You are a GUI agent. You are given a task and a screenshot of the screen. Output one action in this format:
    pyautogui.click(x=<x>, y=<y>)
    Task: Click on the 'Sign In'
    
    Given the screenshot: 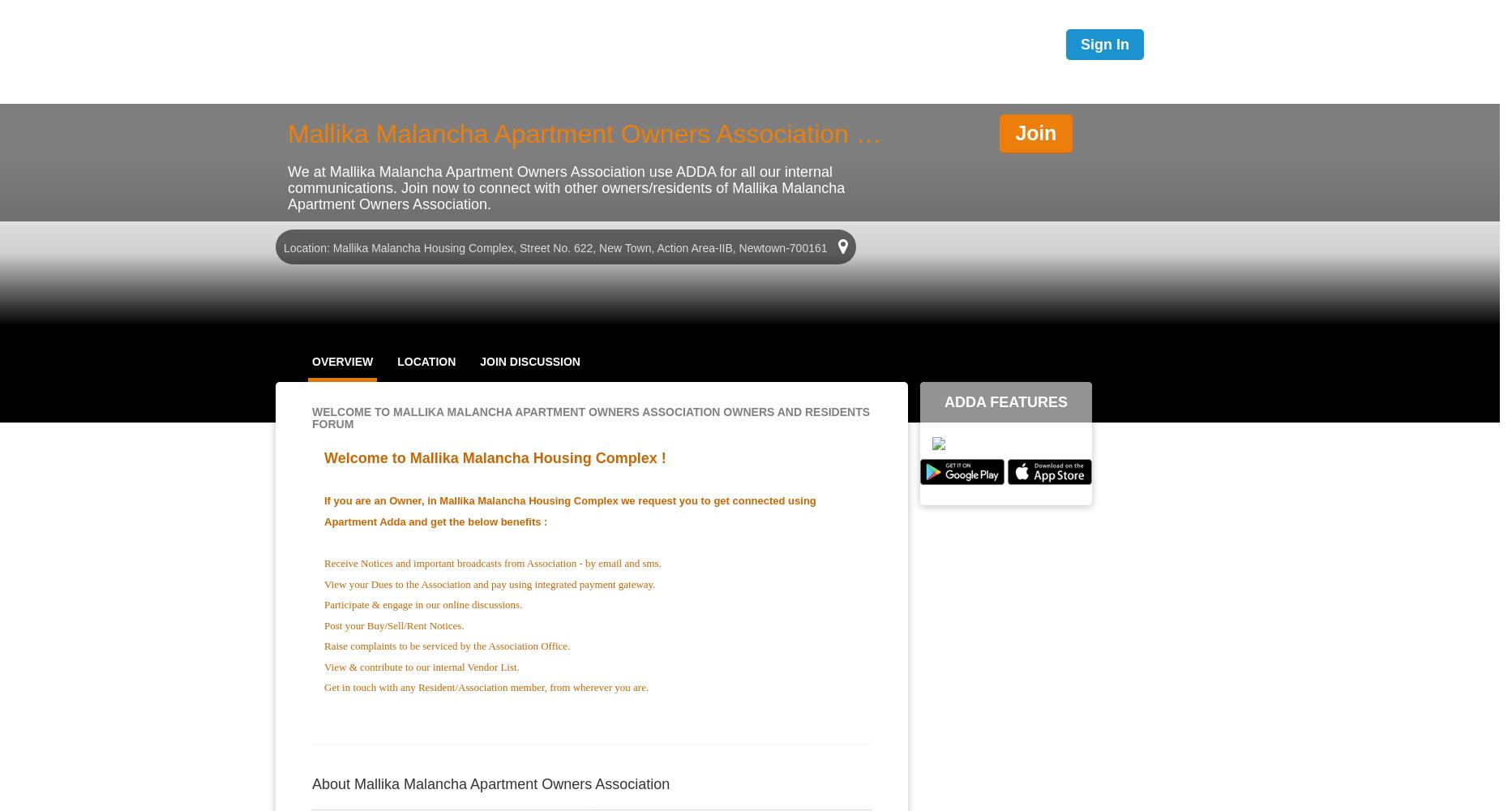 What is the action you would take?
    pyautogui.click(x=1079, y=45)
    